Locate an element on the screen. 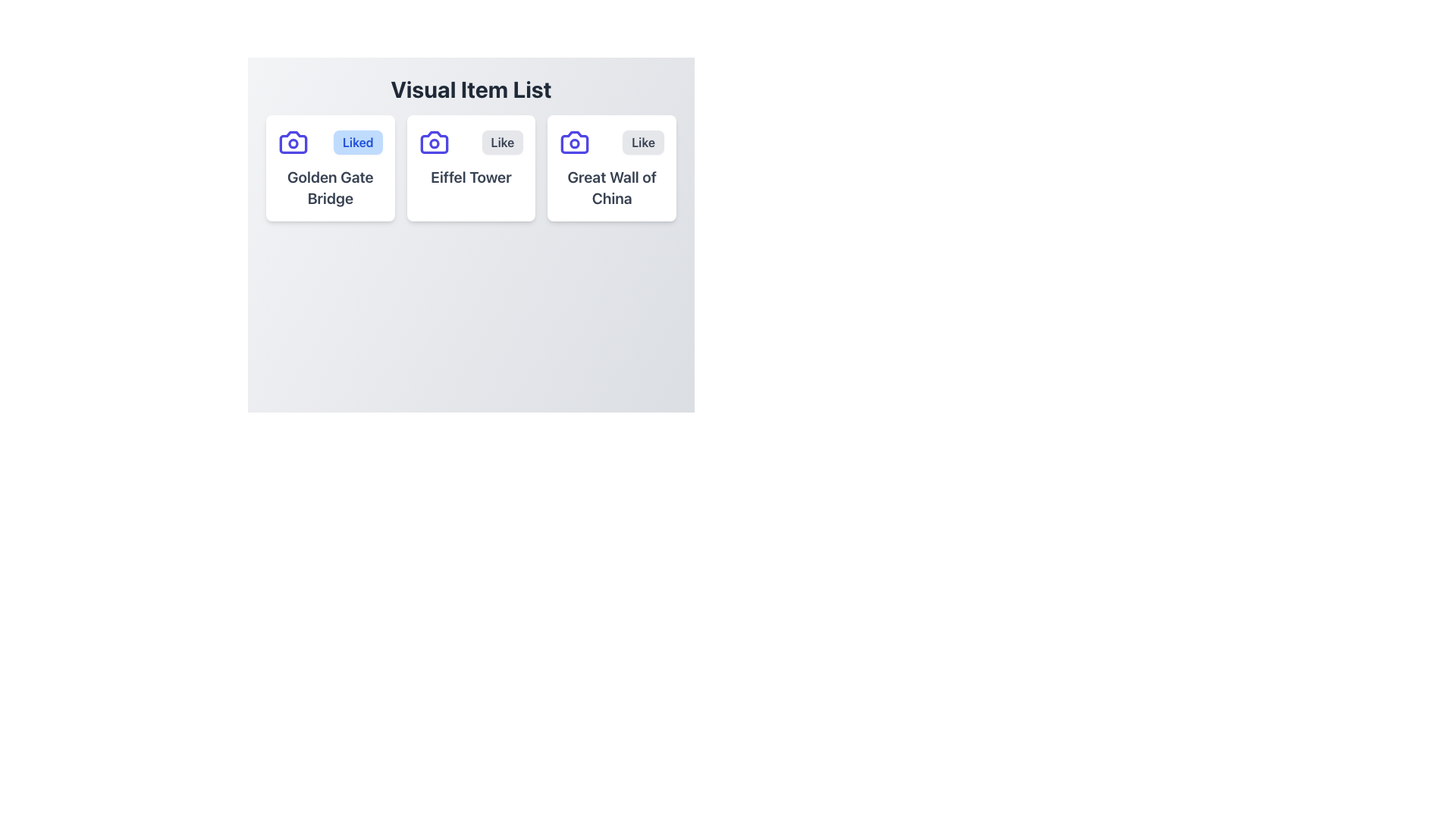 This screenshot has width=1456, height=819. the camera icon with an indigo-blue stroke located in the top left section of the 'Great Wall of China' card is located at coordinates (574, 143).